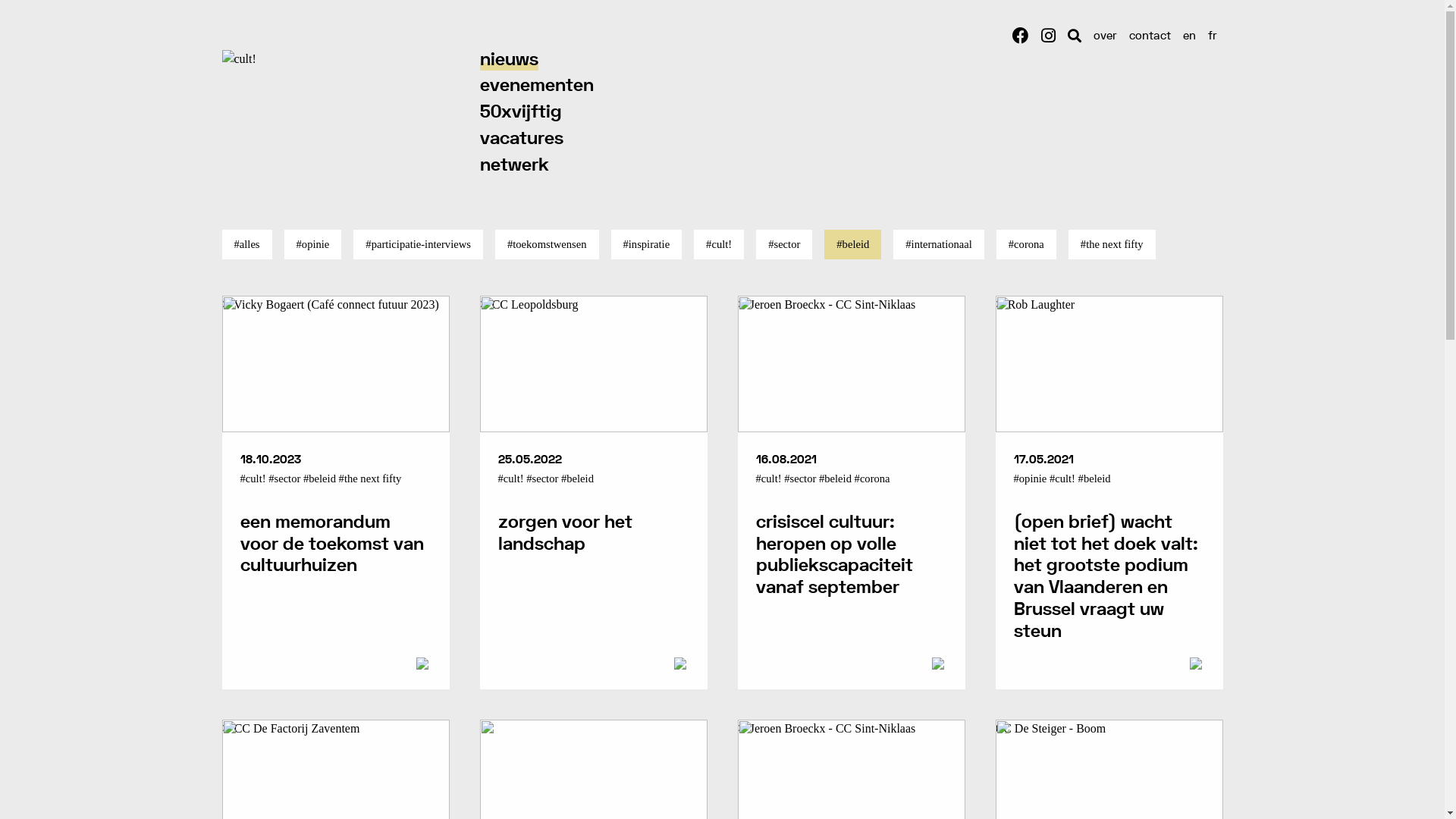 The image size is (1456, 819). What do you see at coordinates (418, 243) in the screenshot?
I see `'#participatie-interviews'` at bounding box center [418, 243].